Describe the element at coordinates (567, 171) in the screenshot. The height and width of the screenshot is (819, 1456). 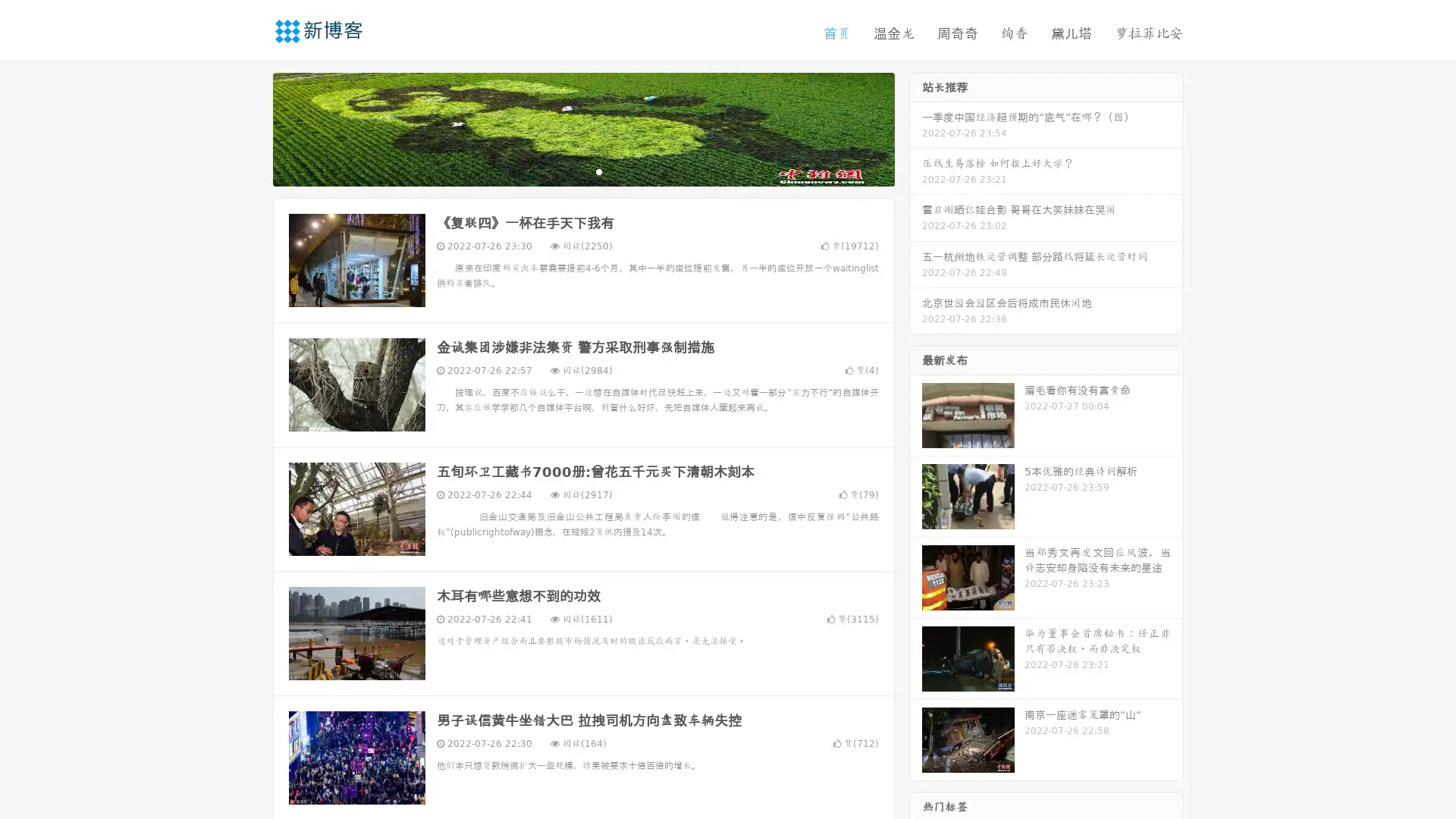
I see `Go to slide 1` at that location.